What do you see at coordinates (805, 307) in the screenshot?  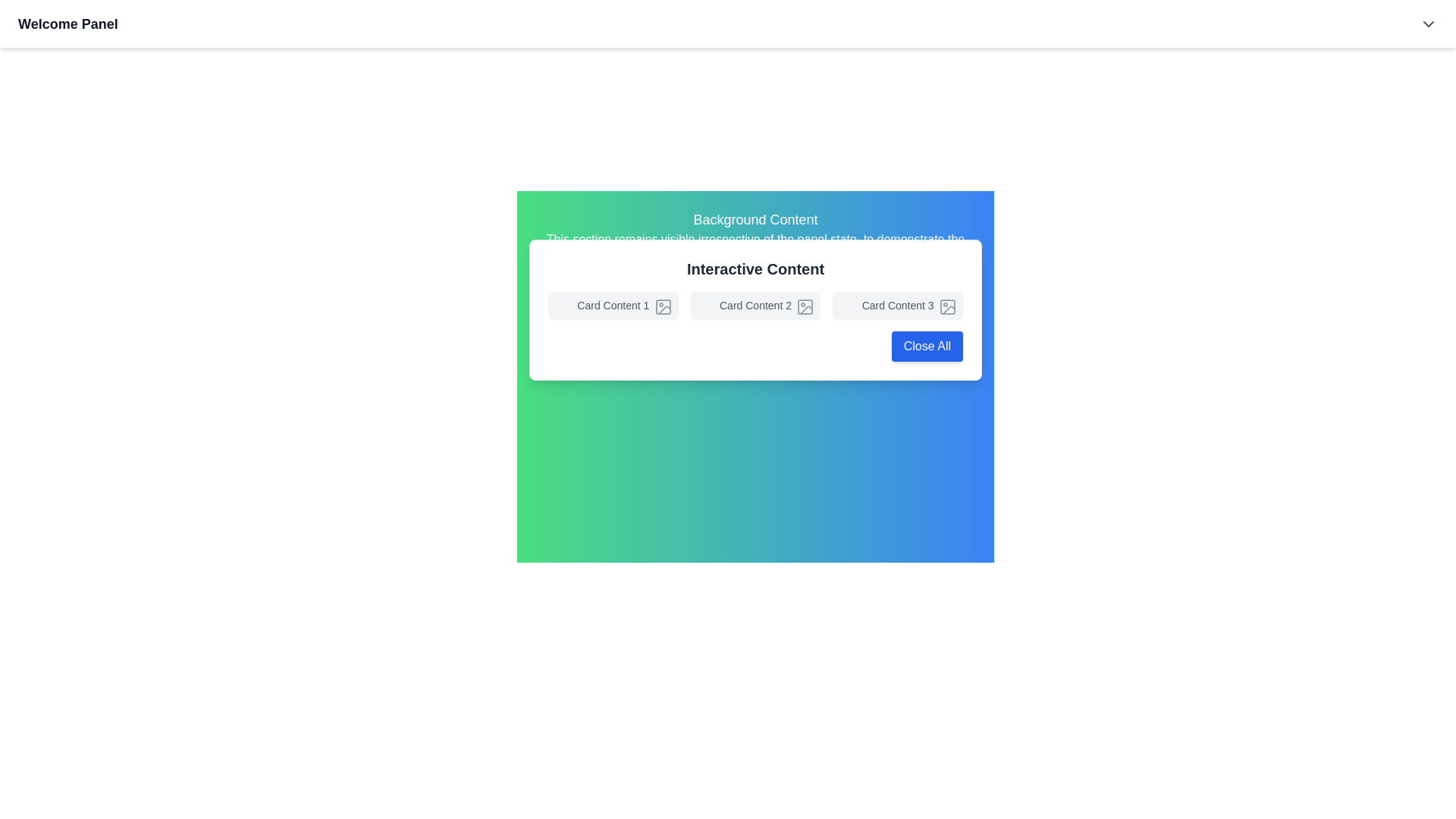 I see `graphical illustration or SVG rectangle representing the photo or image in the top-right corner of the second card icon` at bounding box center [805, 307].